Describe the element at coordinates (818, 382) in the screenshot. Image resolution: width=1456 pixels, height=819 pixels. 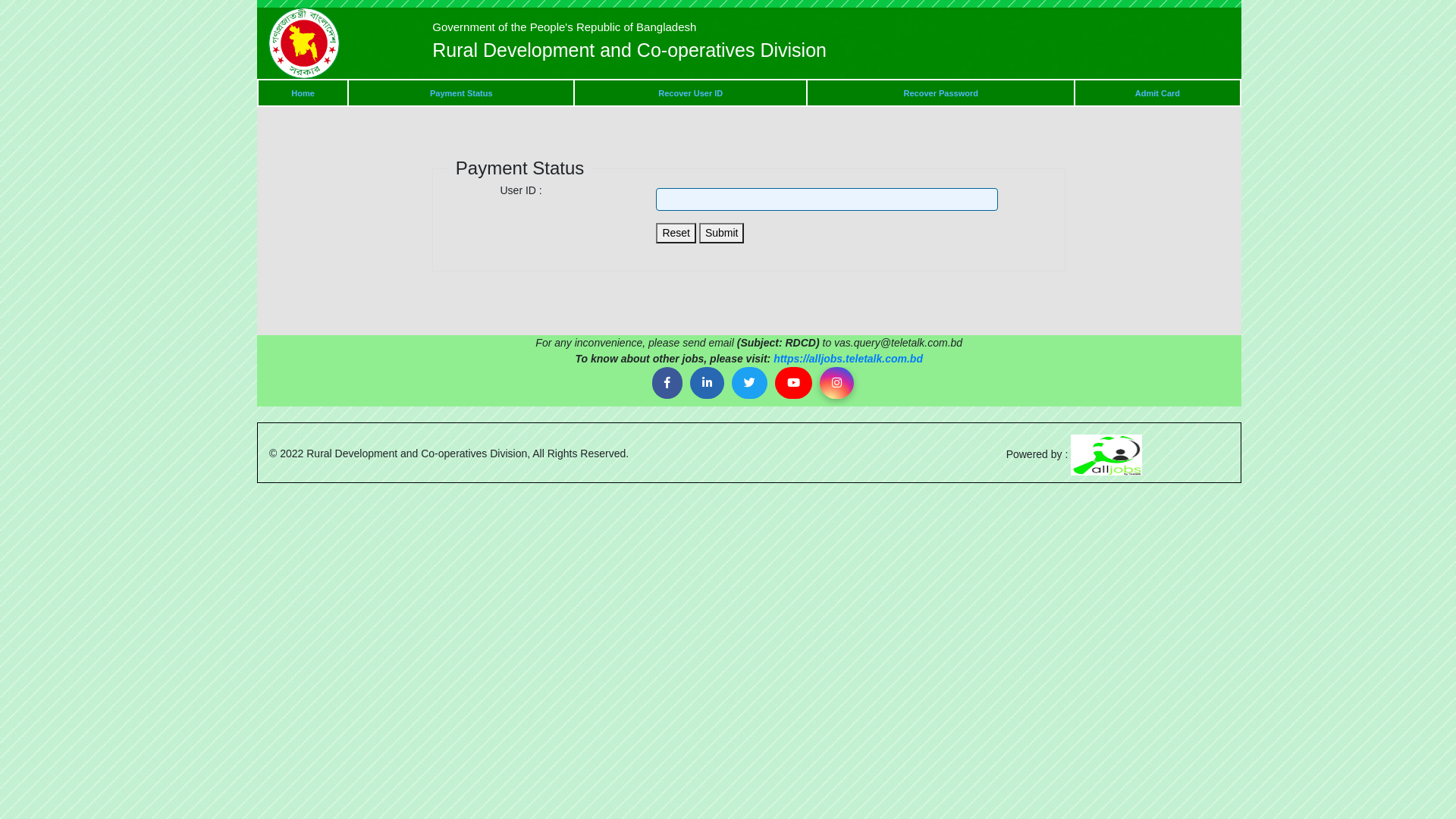
I see `'Instagram'` at that location.